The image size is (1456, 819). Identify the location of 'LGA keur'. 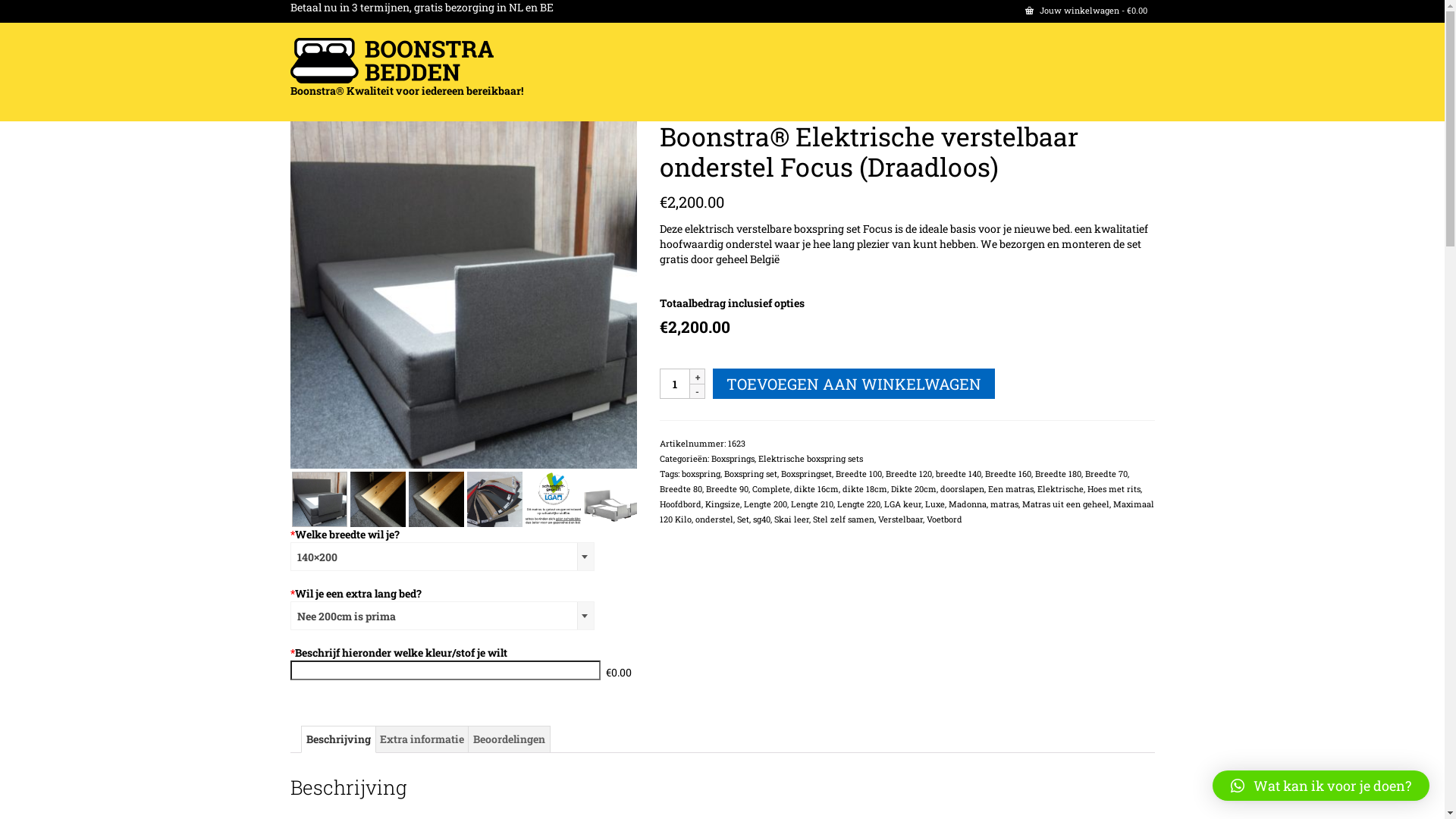
(902, 504).